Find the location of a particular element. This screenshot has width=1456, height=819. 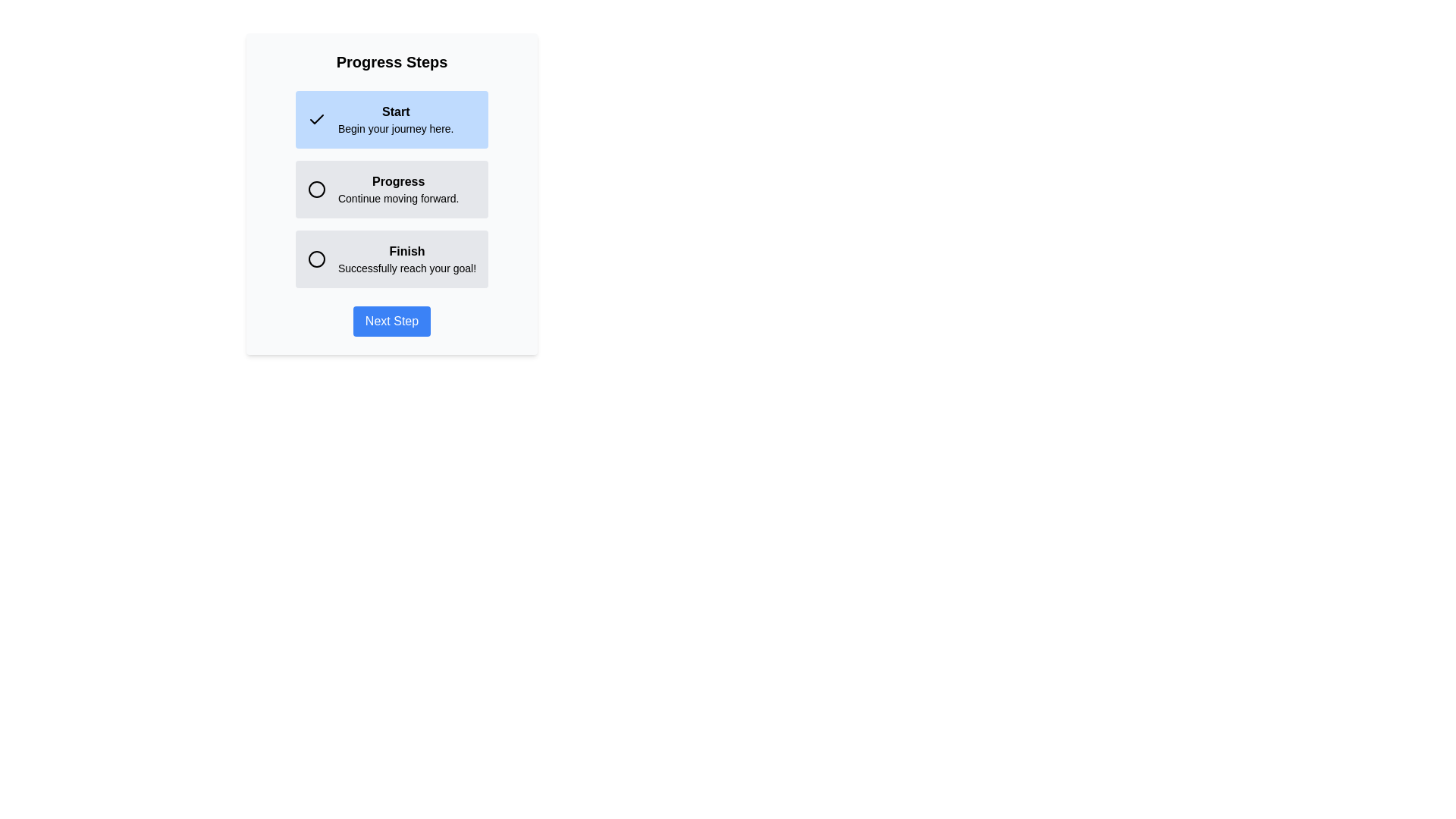

the second circle in the vertical progress indicator labeled 'Progress' to indicate its current state in the sequence of steps is located at coordinates (315, 189).